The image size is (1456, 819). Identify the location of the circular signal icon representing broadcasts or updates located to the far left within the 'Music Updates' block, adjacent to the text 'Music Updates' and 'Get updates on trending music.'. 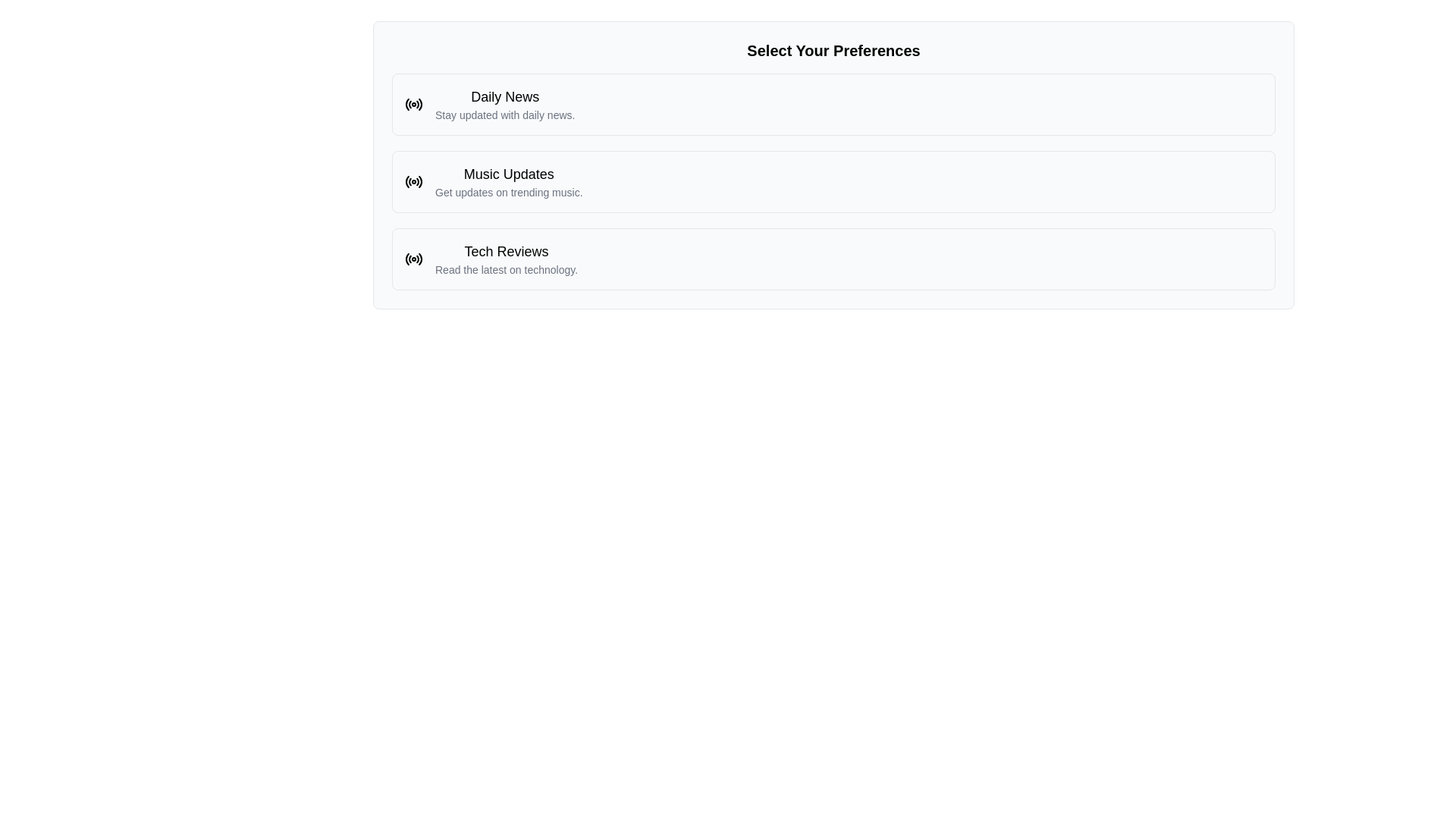
(414, 180).